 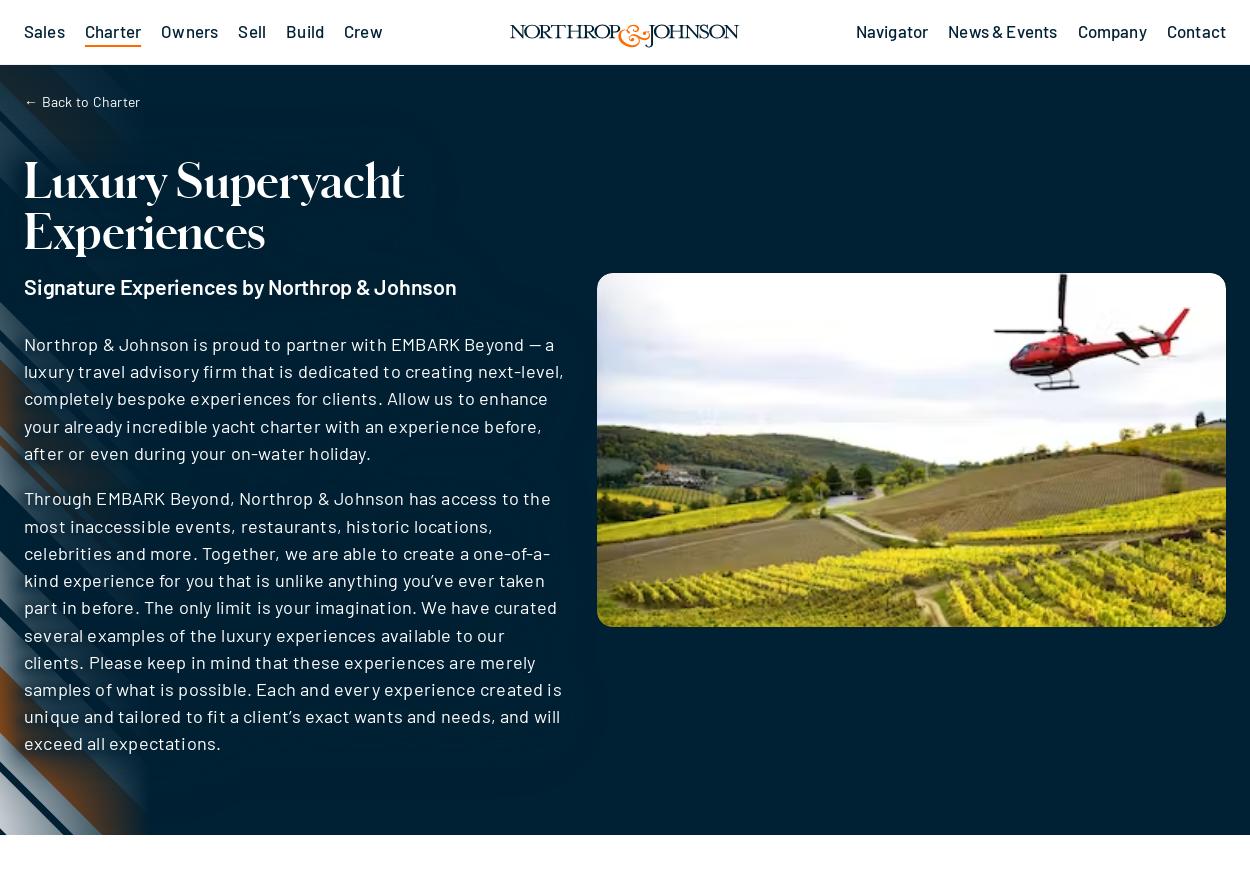 What do you see at coordinates (1002, 30) in the screenshot?
I see `'News & Events'` at bounding box center [1002, 30].